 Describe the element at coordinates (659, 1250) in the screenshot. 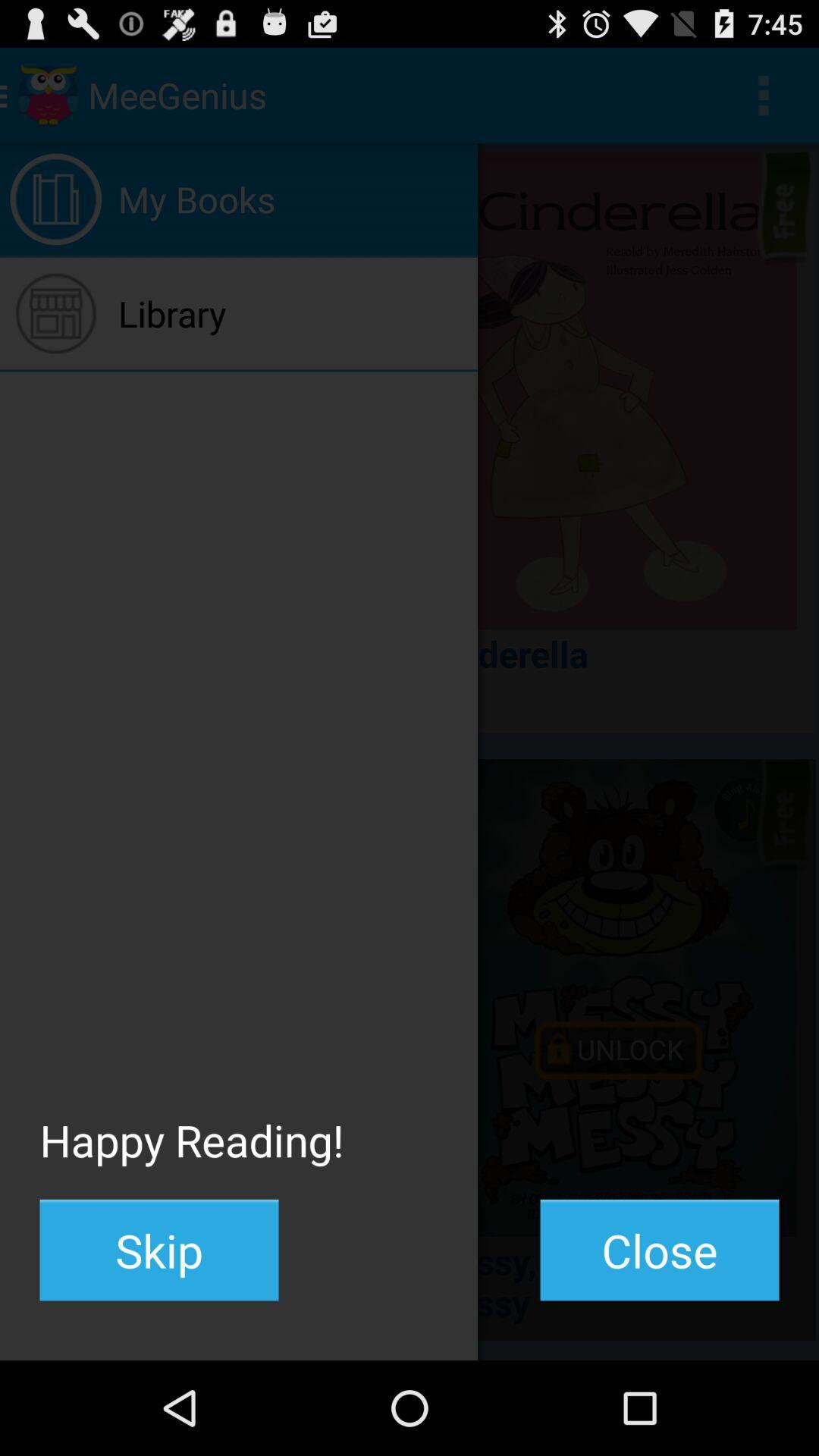

I see `item at the bottom right corner` at that location.